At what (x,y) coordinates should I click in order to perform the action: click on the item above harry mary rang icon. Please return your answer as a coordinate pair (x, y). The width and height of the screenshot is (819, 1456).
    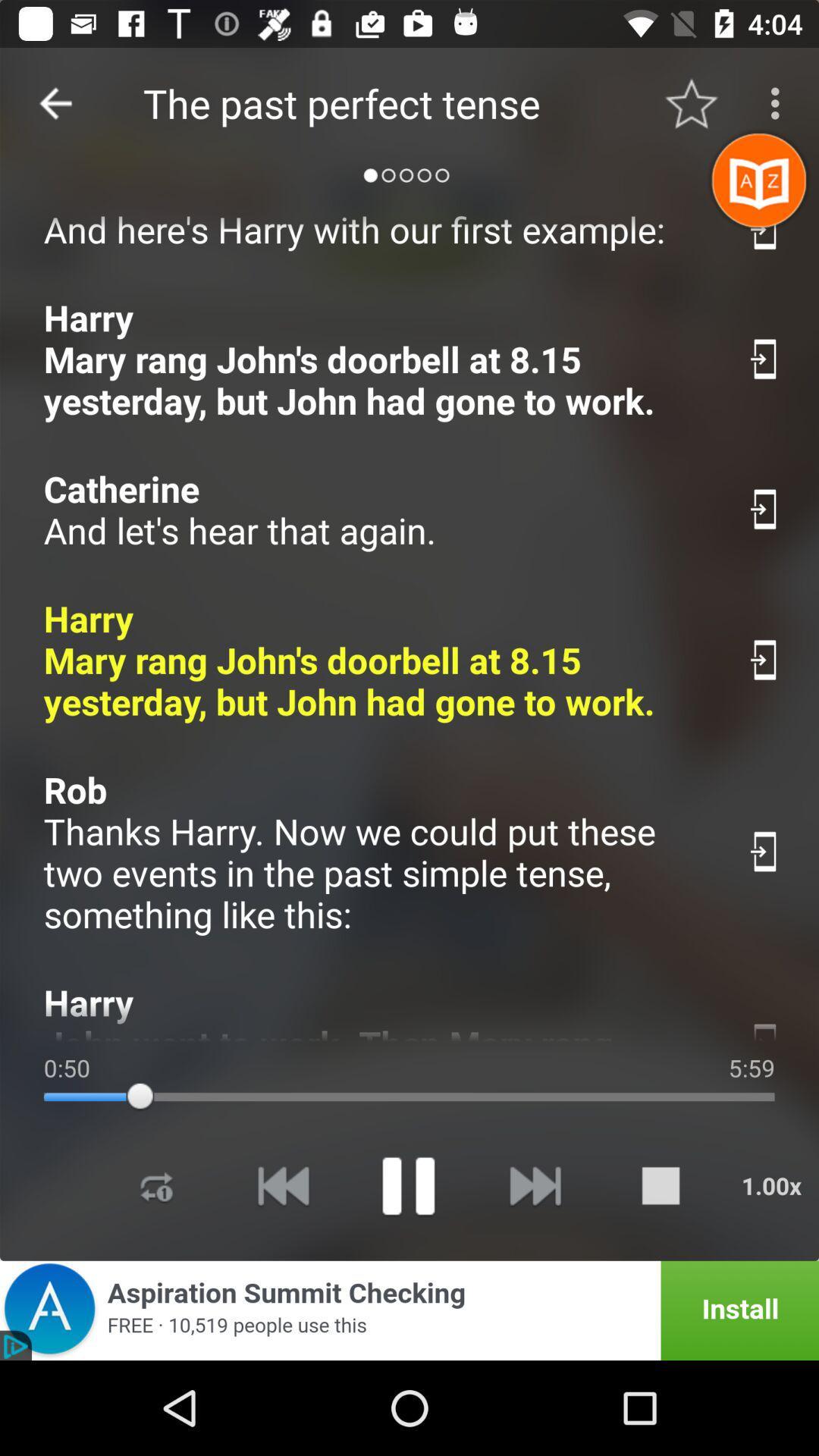
    Looking at the image, I should click on (378, 510).